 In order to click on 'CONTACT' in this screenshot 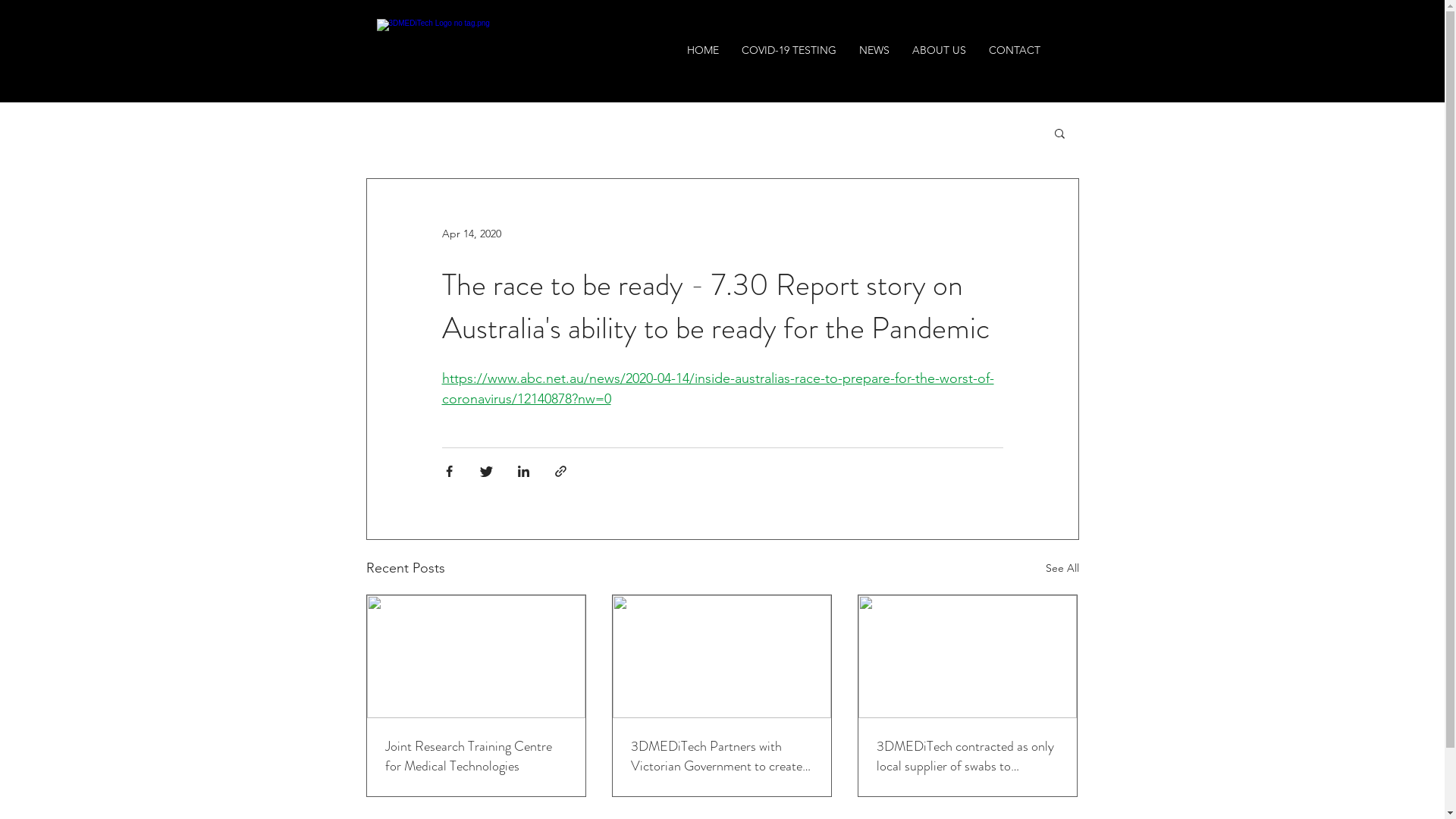, I will do `click(1014, 49)`.